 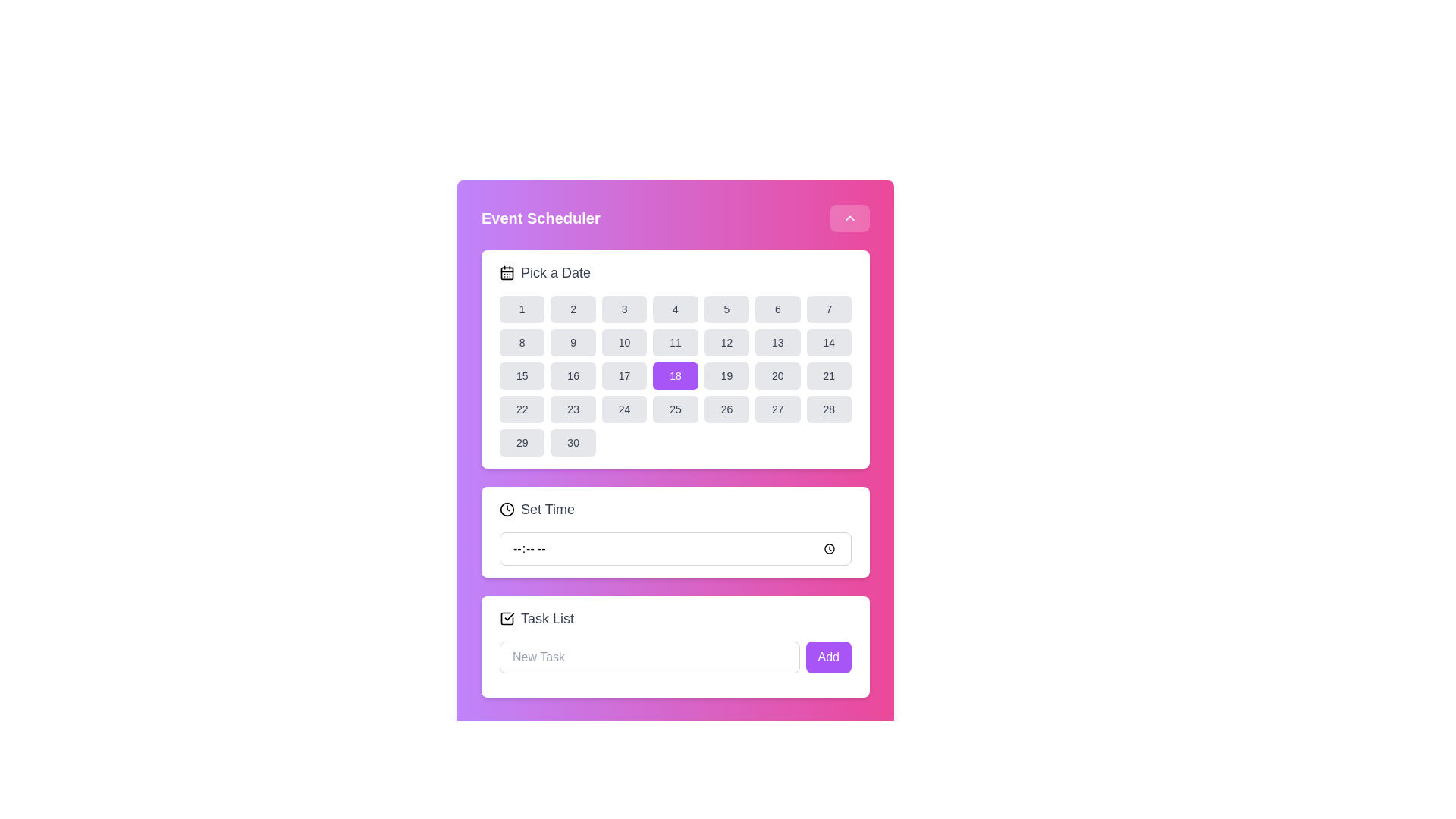 What do you see at coordinates (675, 409) in the screenshot?
I see `the selectable date button in the calendar interface located in the fifth row and fourth column under the 'Pick a Date' header` at bounding box center [675, 409].